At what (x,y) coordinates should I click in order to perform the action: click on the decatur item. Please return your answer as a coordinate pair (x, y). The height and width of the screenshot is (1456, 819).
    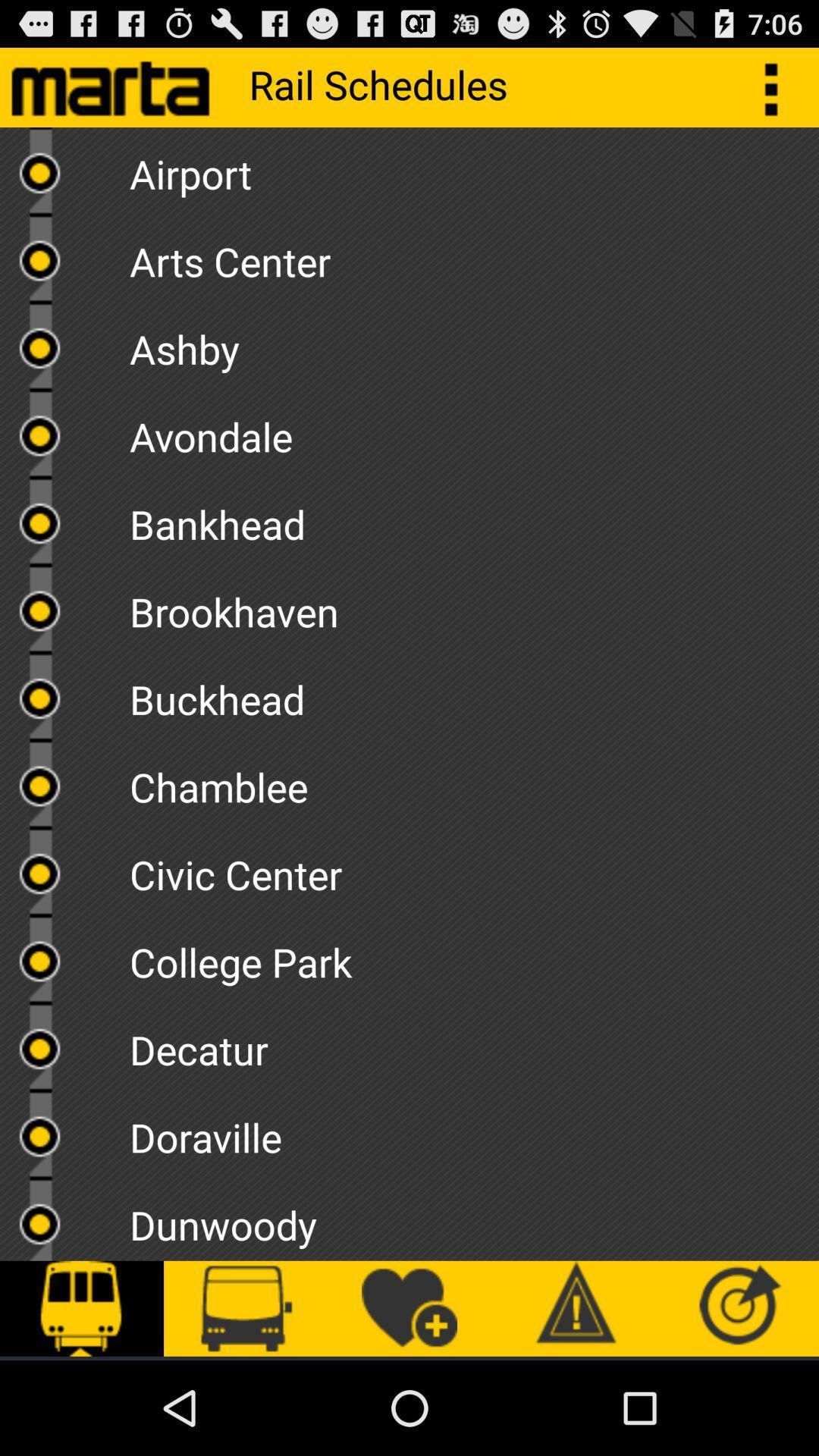
    Looking at the image, I should click on (473, 1043).